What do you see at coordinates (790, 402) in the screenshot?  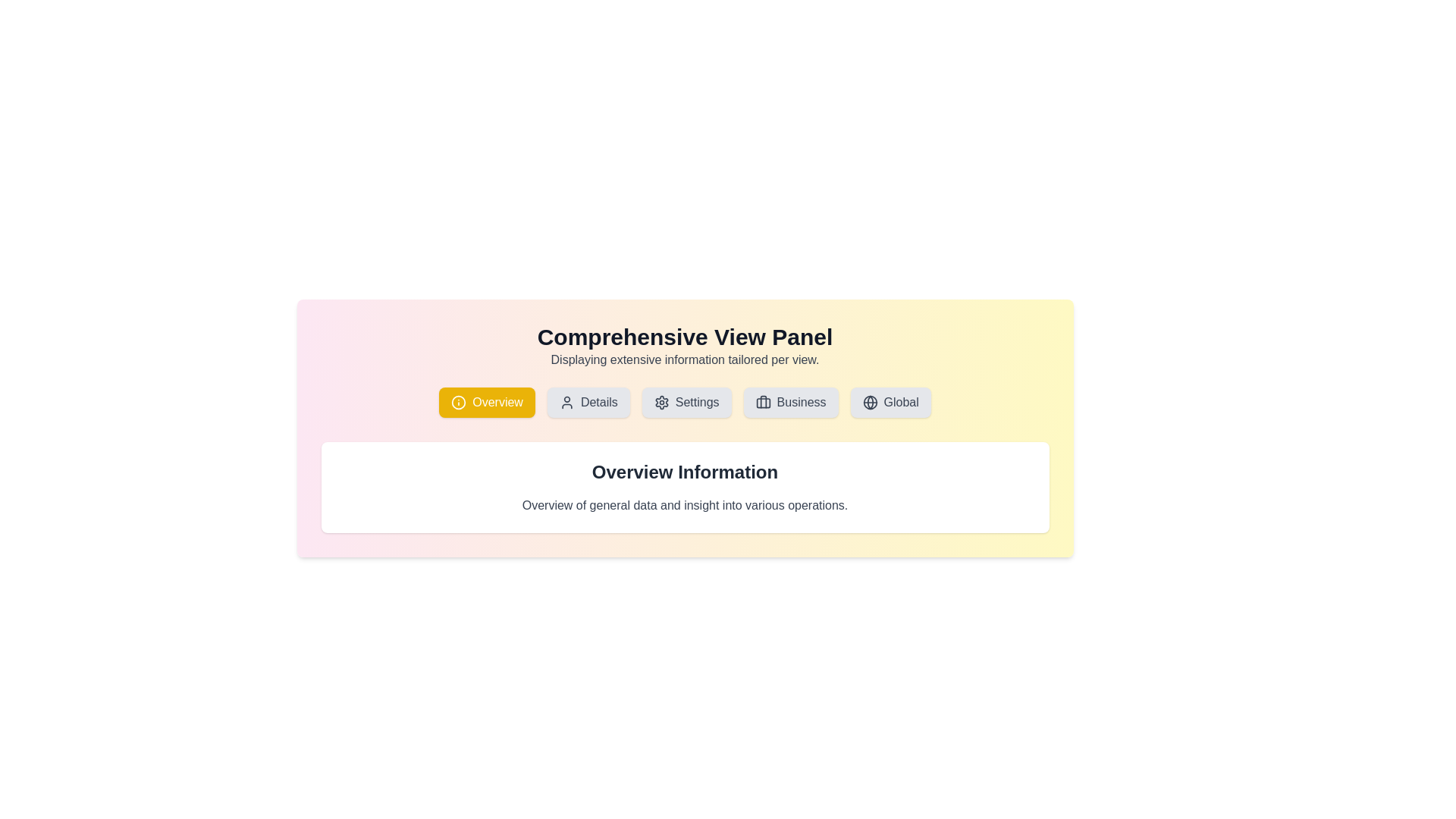 I see `the 'Business' interactive button located in the horizontal navigation bar below the page header` at bounding box center [790, 402].